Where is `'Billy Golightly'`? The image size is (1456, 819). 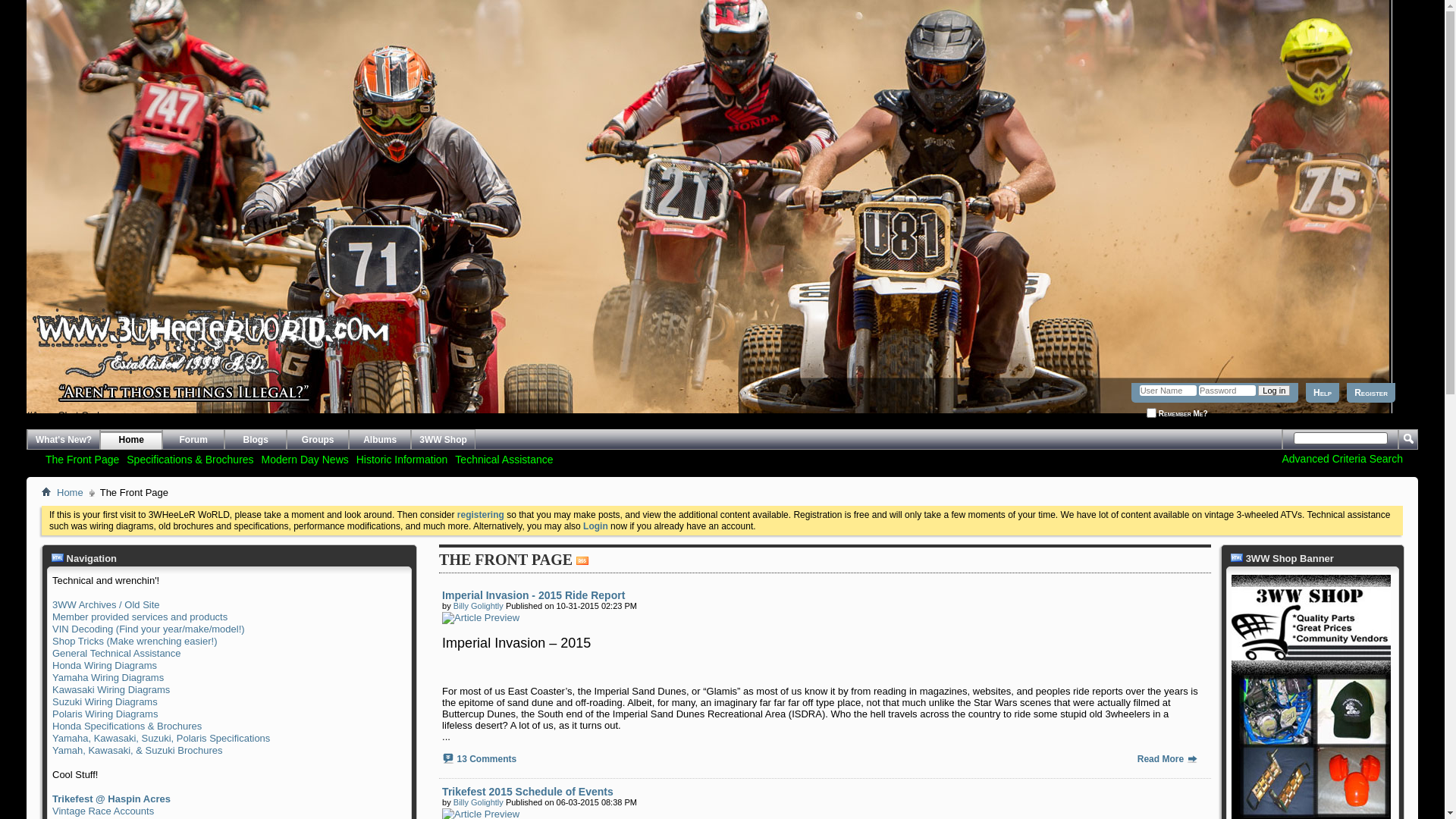 'Billy Golightly' is located at coordinates (477, 801).